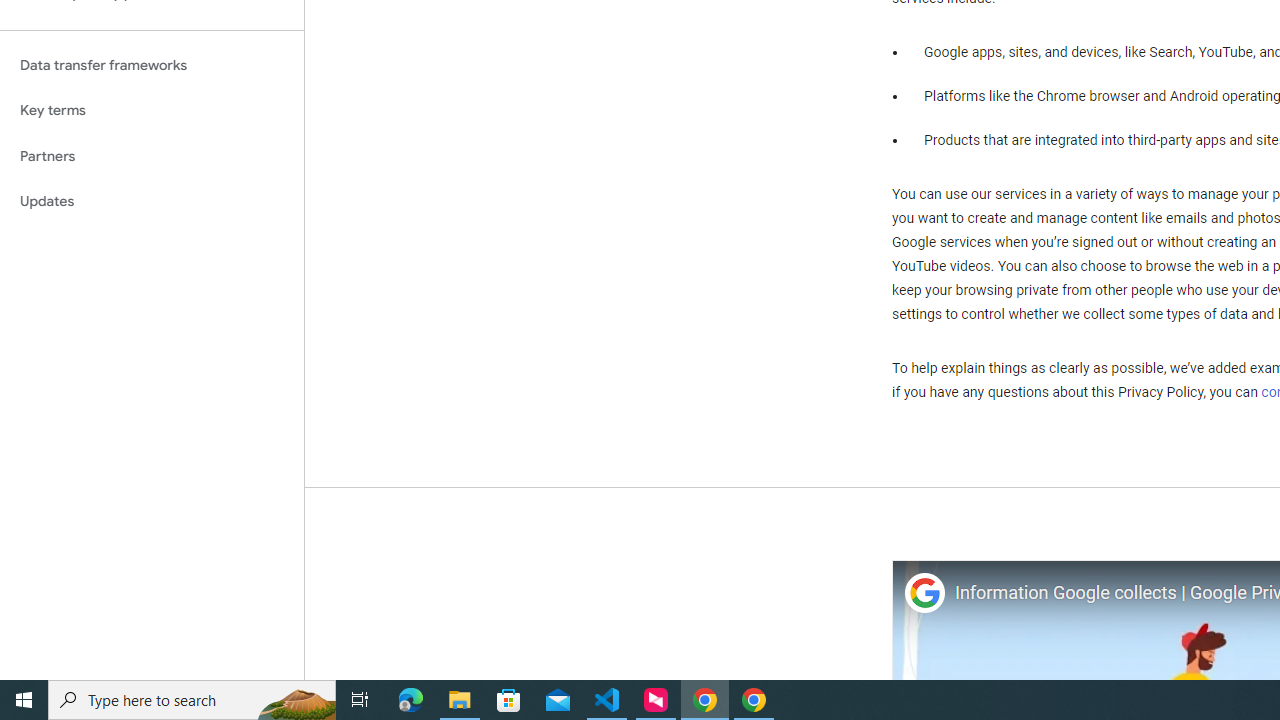  I want to click on 'Photo image of Google', so click(923, 592).